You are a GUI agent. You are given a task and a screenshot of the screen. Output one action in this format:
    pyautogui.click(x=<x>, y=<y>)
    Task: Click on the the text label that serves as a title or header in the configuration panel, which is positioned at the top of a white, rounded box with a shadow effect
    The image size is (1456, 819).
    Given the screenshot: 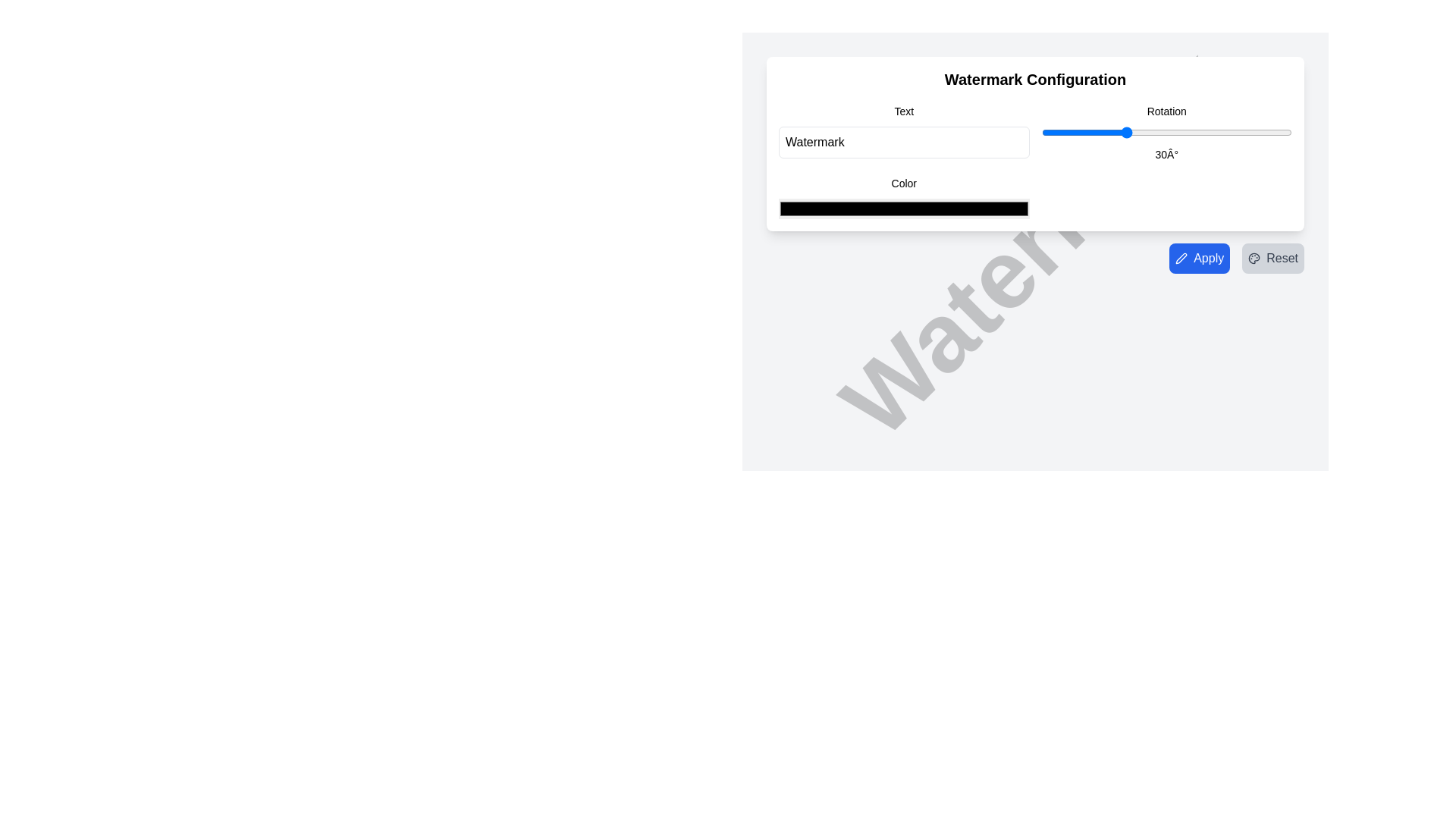 What is the action you would take?
    pyautogui.click(x=1034, y=79)
    